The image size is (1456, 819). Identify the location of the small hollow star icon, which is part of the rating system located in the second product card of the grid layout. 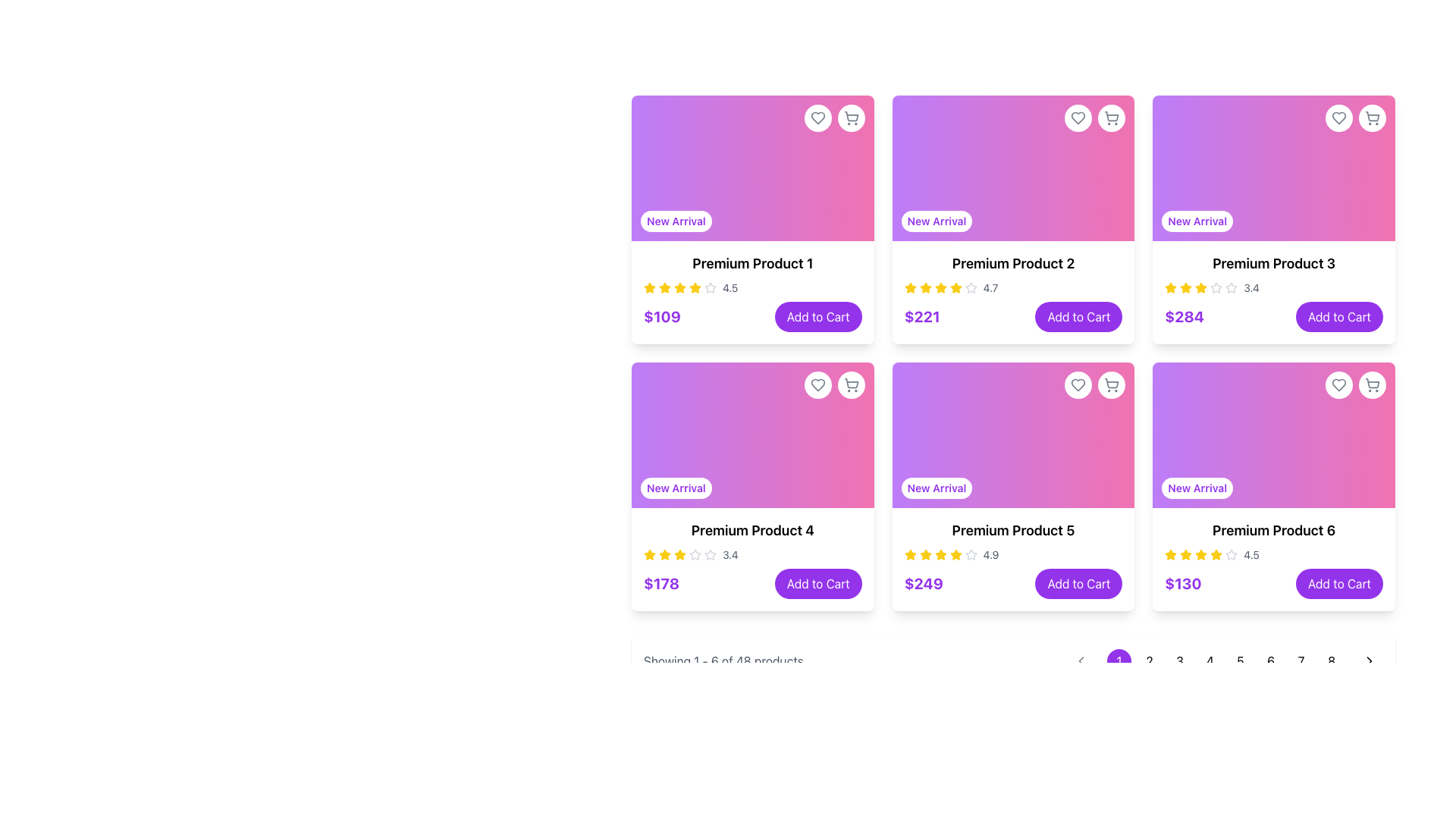
(971, 287).